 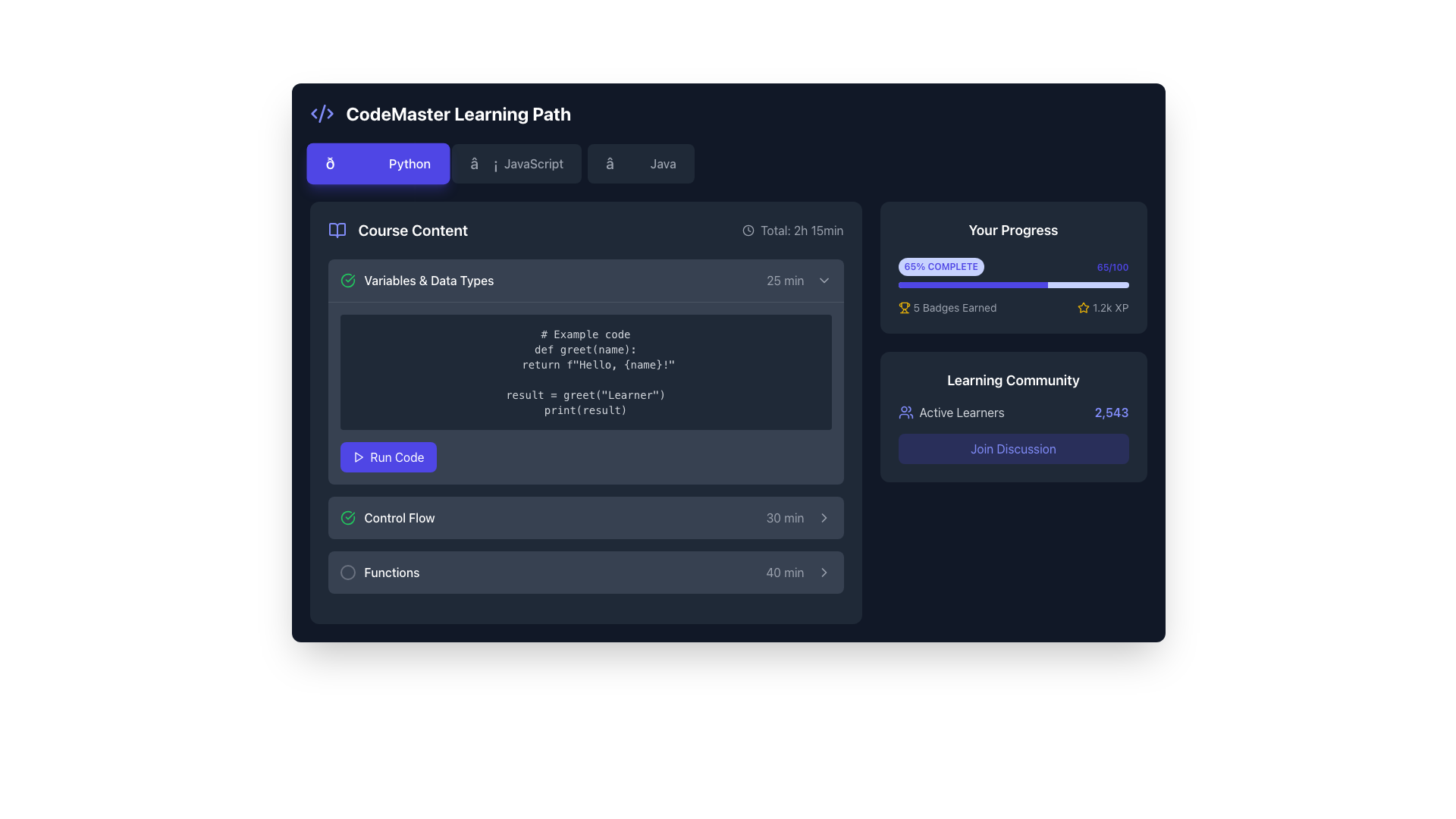 I want to click on the informational text label displaying the time duration of the content module in the header section of the collapsible content card under 'Variables & Data Types', so click(x=785, y=281).